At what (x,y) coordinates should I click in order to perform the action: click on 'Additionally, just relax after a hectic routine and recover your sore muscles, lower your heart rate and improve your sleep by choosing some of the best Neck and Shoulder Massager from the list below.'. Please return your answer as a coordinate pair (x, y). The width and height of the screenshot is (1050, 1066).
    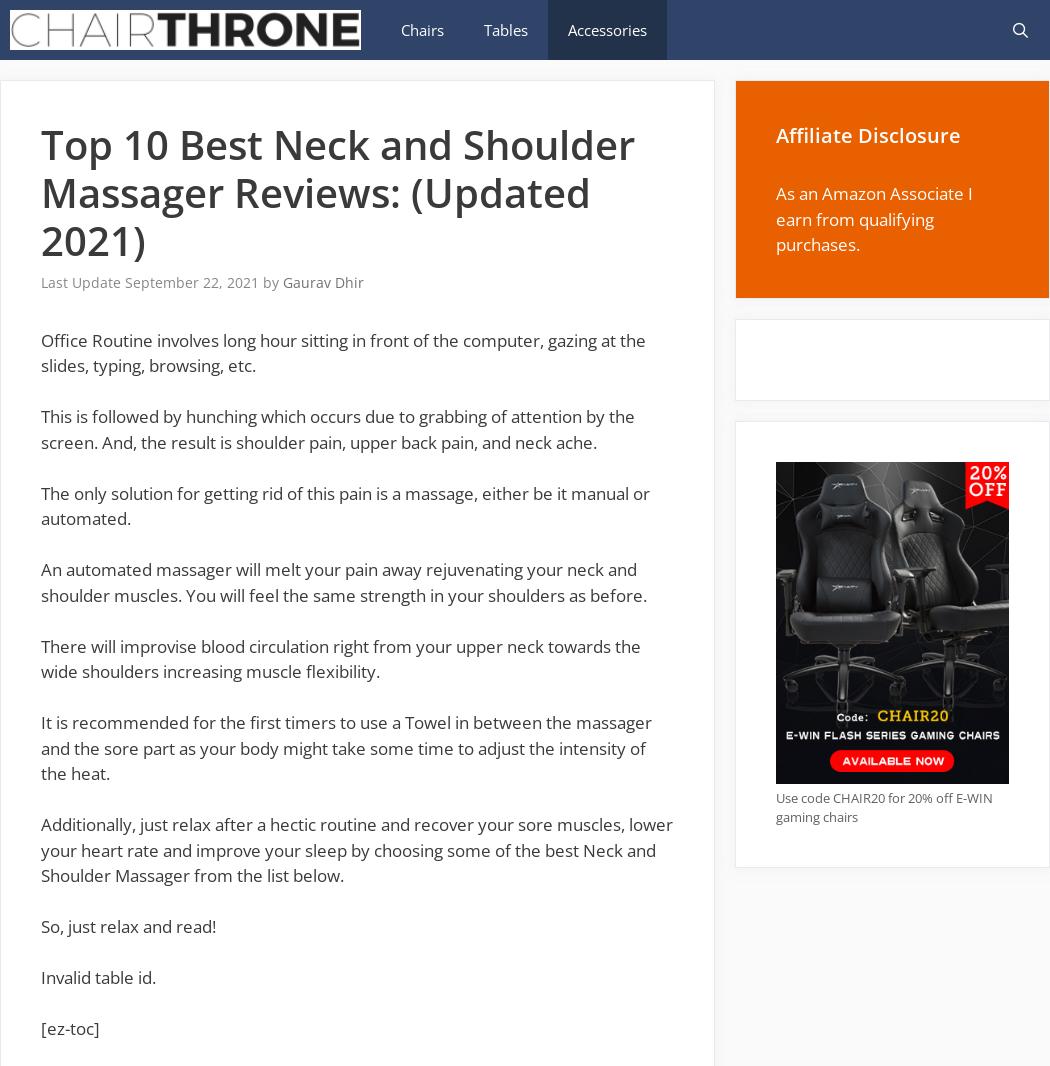
    Looking at the image, I should click on (356, 850).